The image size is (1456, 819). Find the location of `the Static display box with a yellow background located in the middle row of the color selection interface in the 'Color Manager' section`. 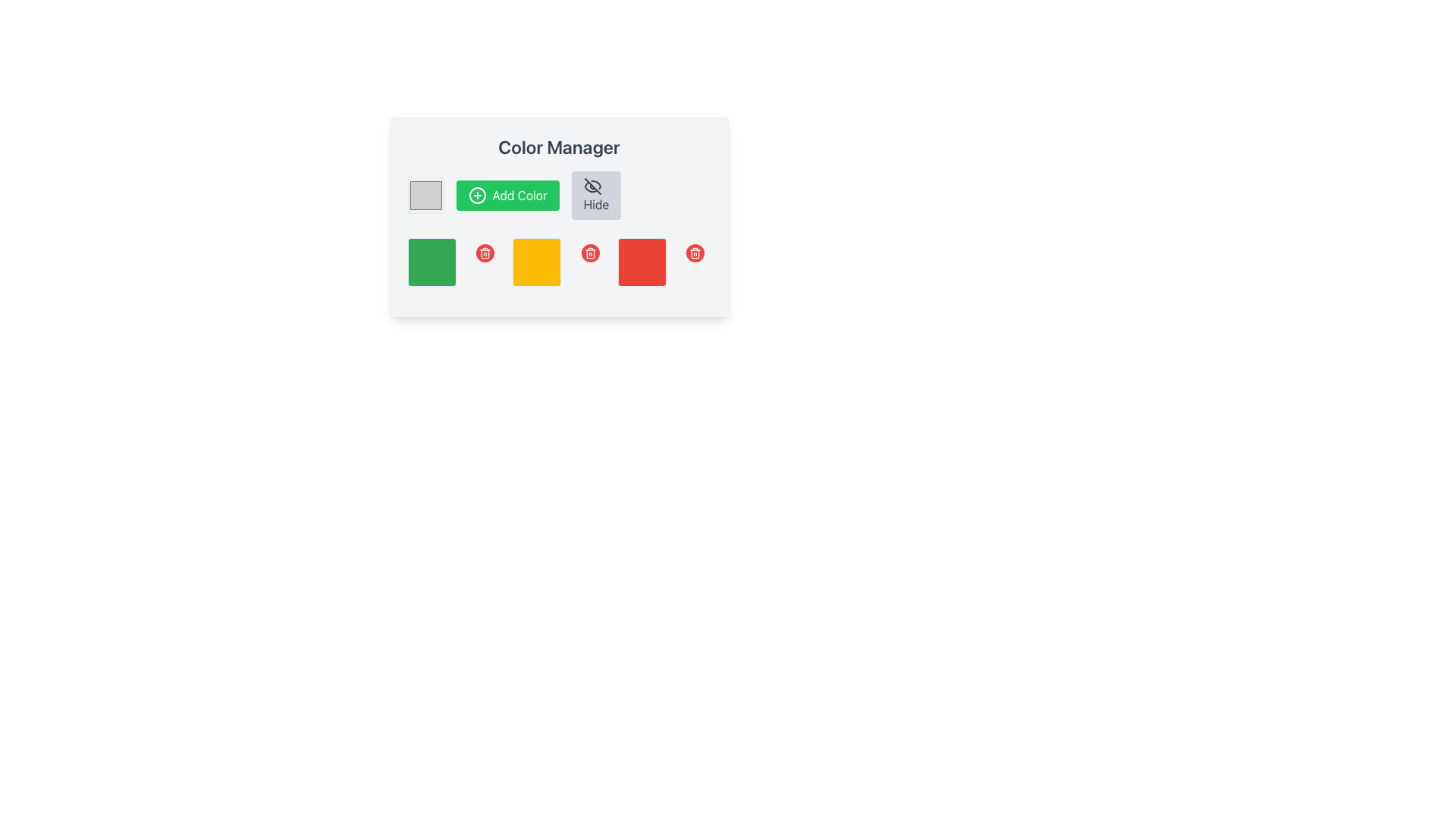

the Static display box with a yellow background located in the middle row of the color selection interface in the 'Color Manager' section is located at coordinates (537, 262).